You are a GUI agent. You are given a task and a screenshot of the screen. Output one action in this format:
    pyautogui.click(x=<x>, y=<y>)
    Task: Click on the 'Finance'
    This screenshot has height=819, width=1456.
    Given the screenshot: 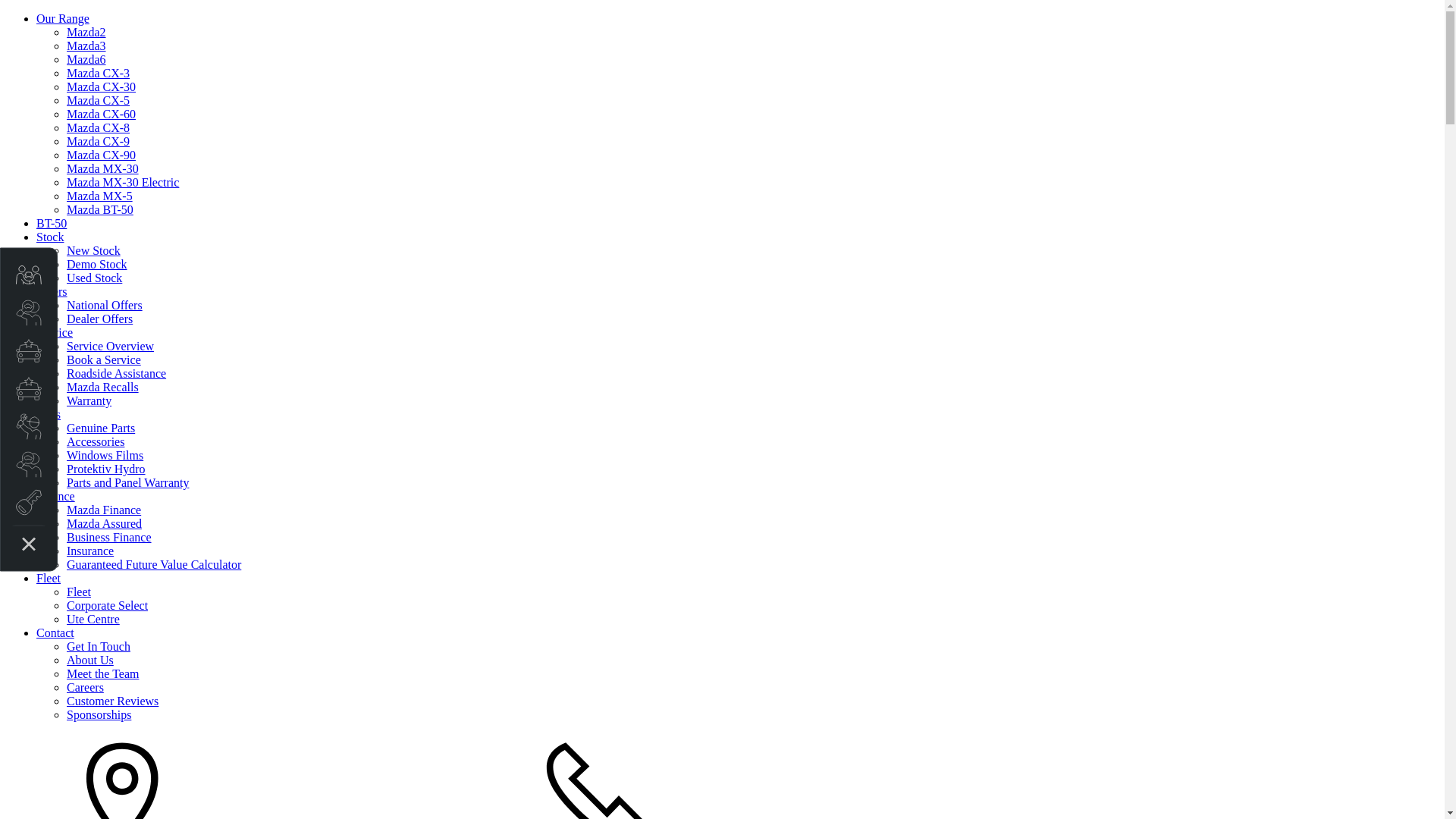 What is the action you would take?
    pyautogui.click(x=55, y=496)
    